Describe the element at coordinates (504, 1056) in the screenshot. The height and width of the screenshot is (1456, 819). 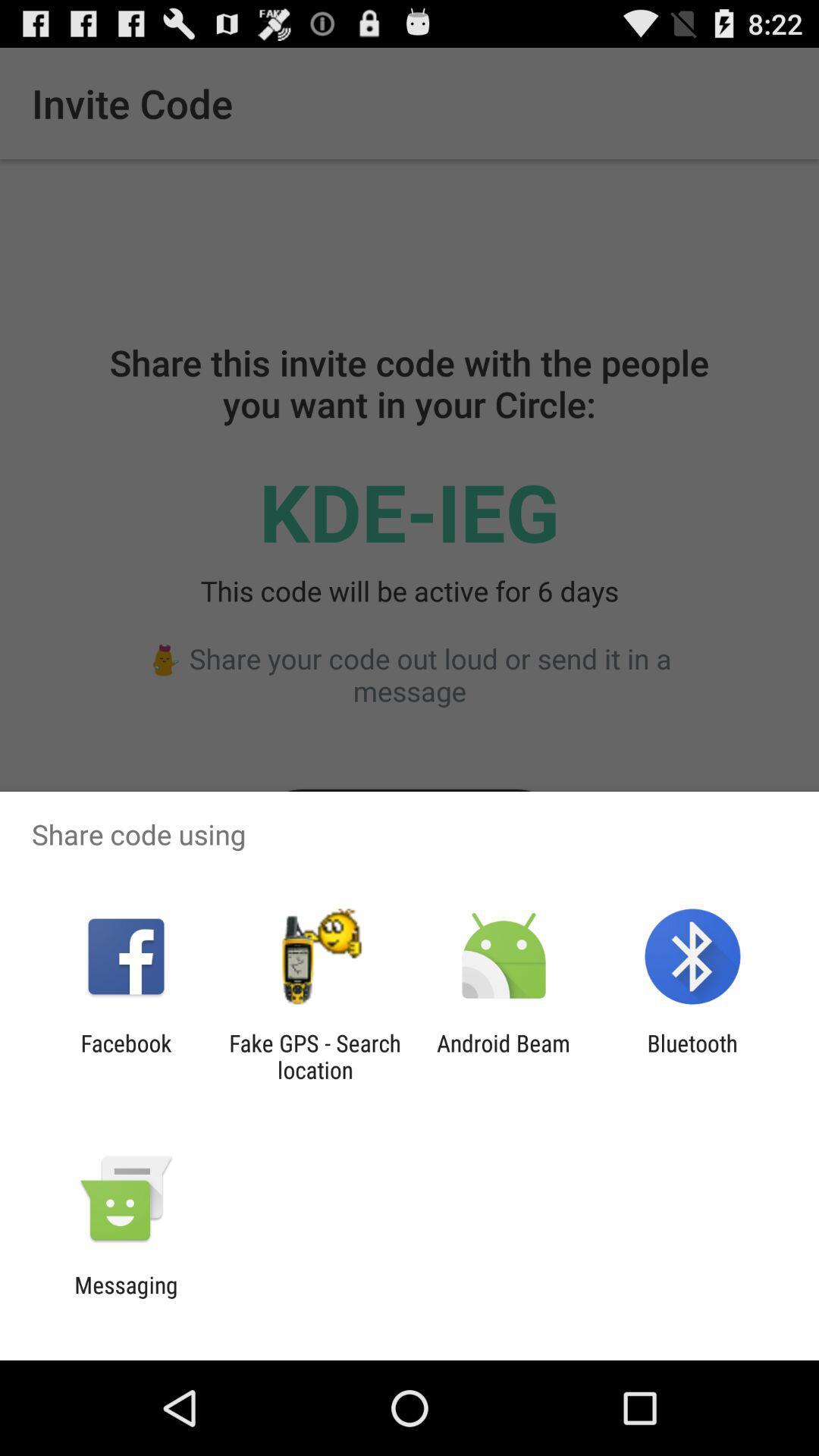
I see `the item next to the bluetooth app` at that location.